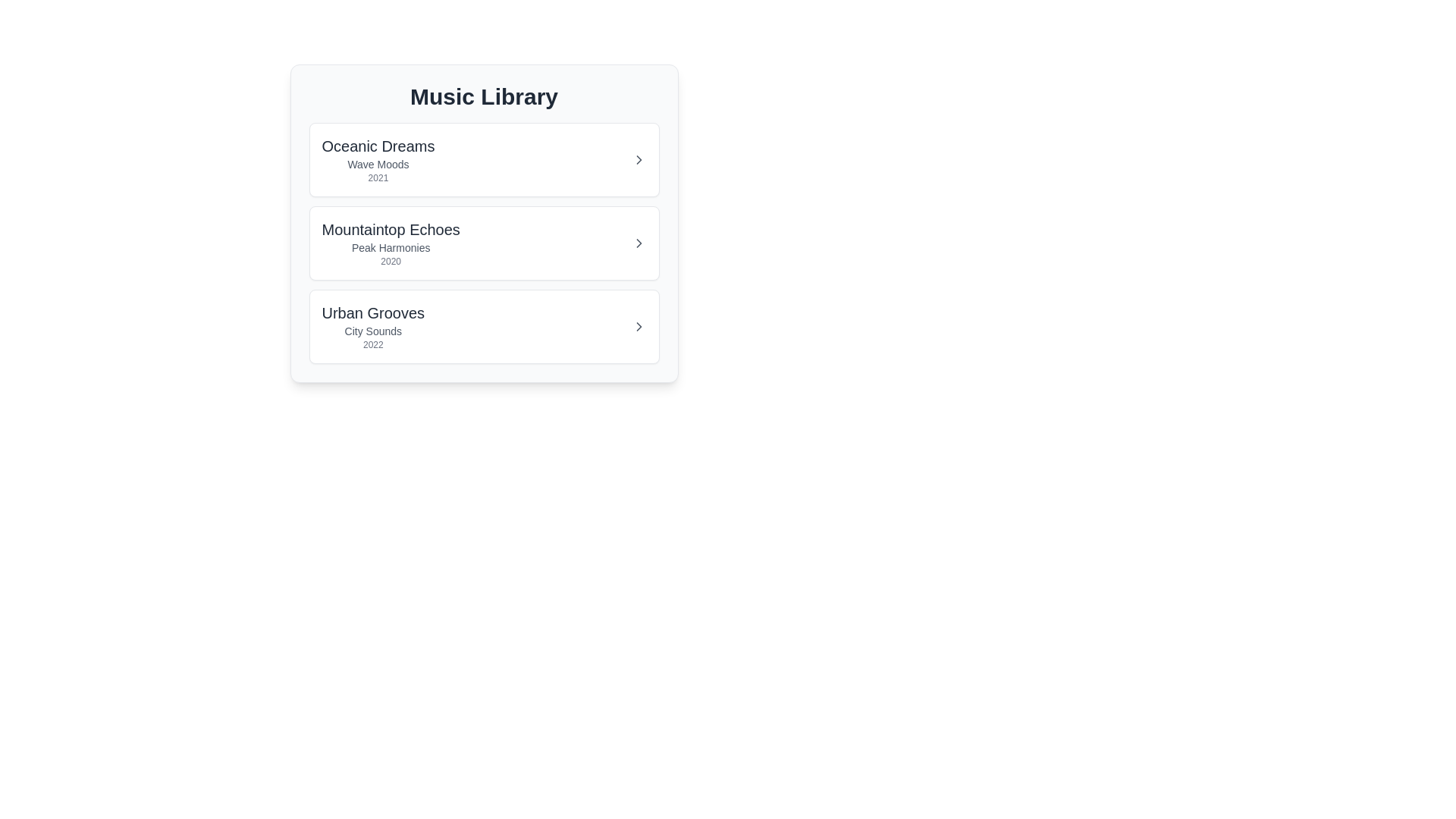 Image resolution: width=1456 pixels, height=819 pixels. What do you see at coordinates (483, 326) in the screenshot?
I see `the album item corresponding to Urban Grooves` at bounding box center [483, 326].